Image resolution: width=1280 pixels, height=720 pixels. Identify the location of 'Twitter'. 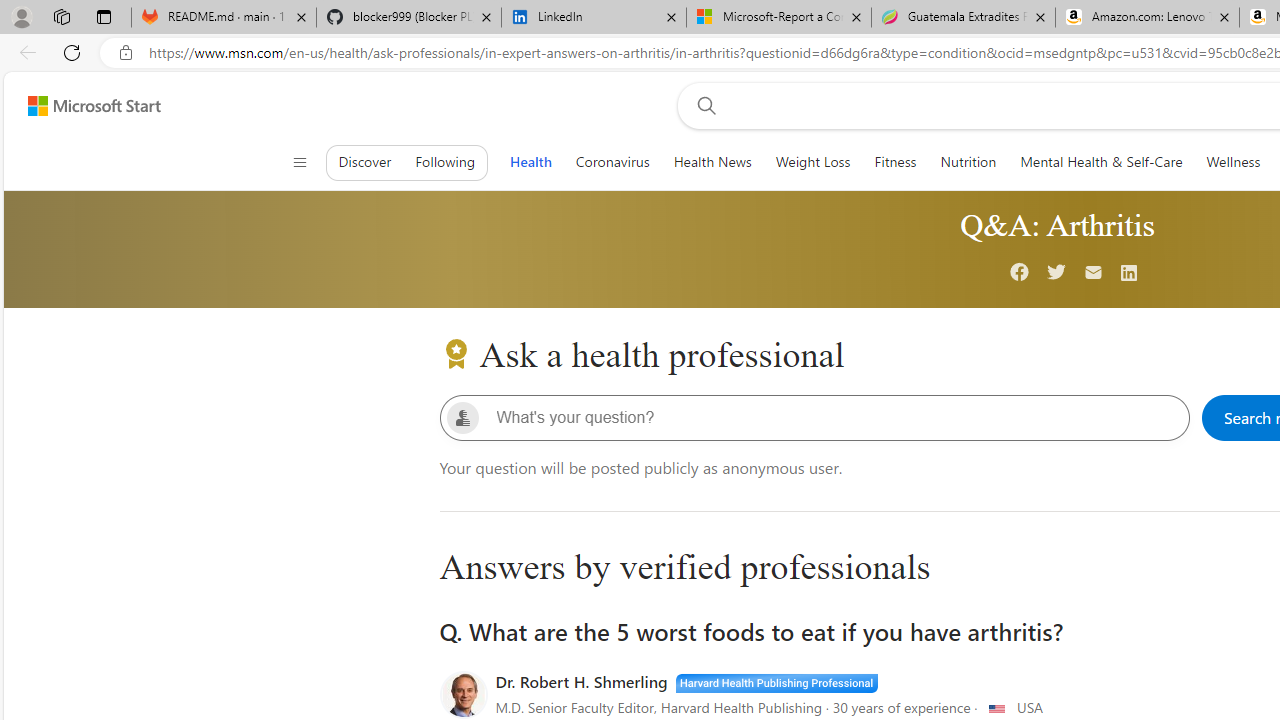
(1056, 273).